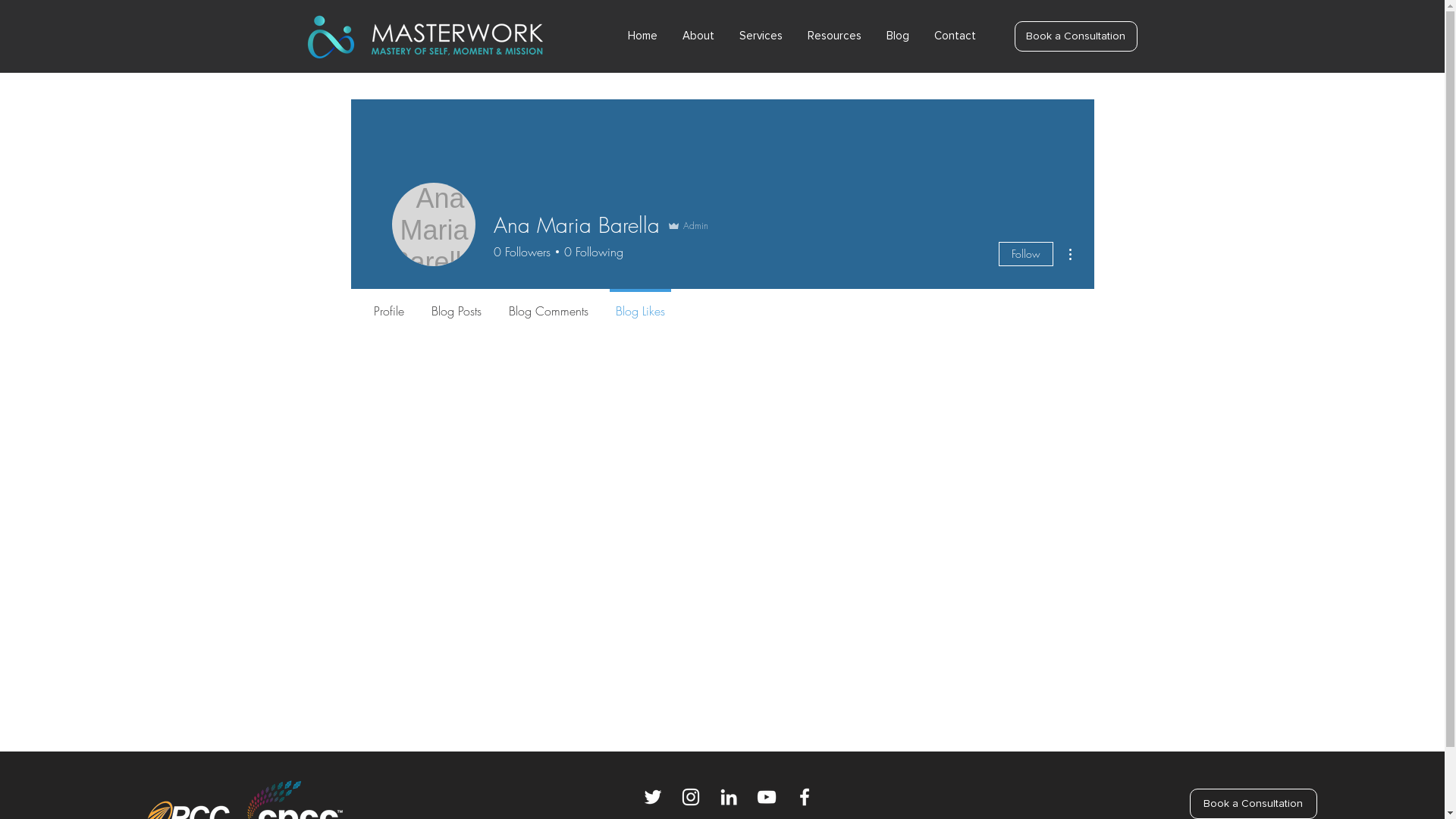 Image resolution: width=1456 pixels, height=819 pixels. Describe the element at coordinates (521, 250) in the screenshot. I see `'0` at that location.